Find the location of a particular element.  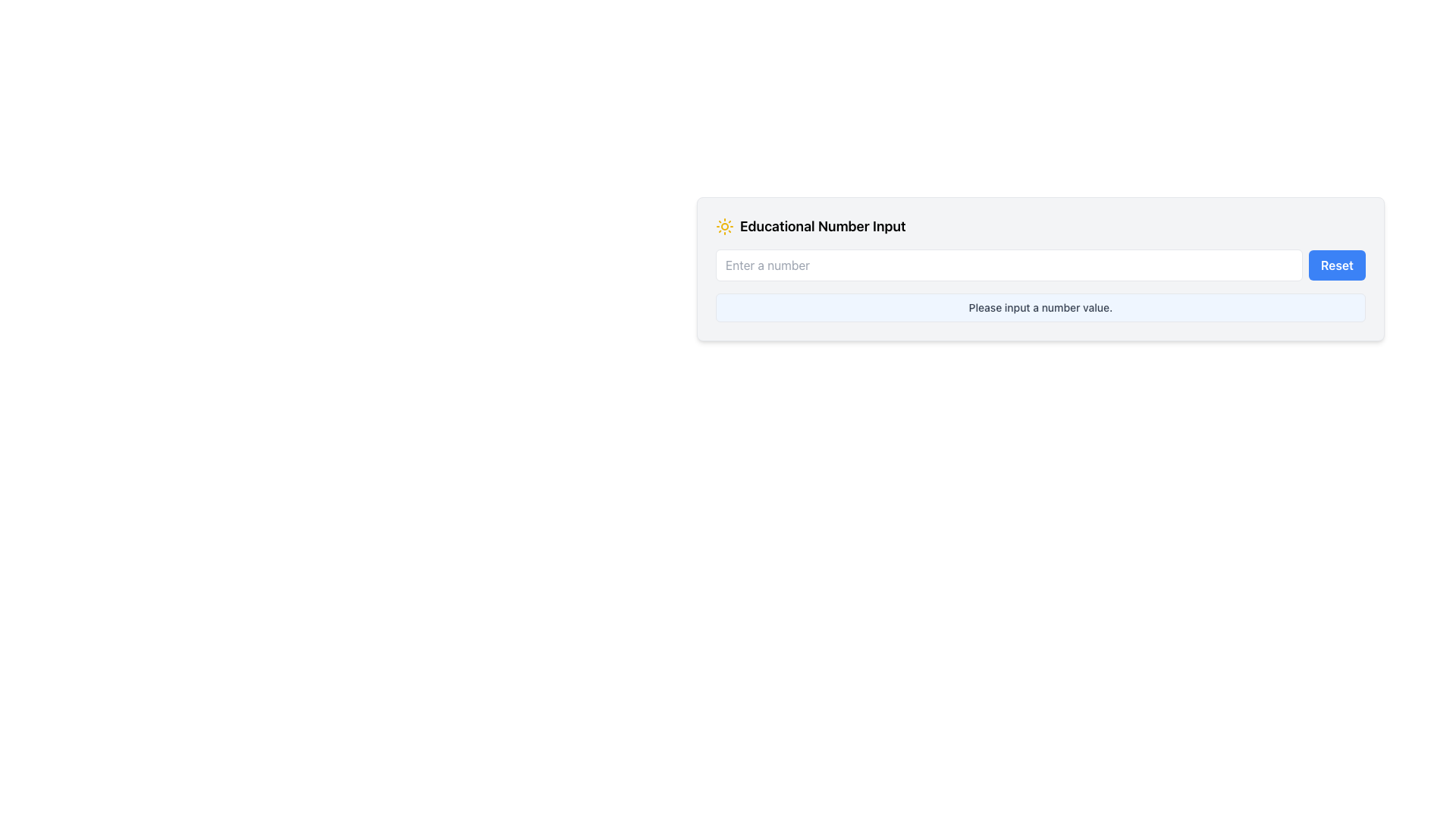

the reset button located in the upper-middle area of the interface, positioned directly to the right of the text input field is located at coordinates (1337, 265).